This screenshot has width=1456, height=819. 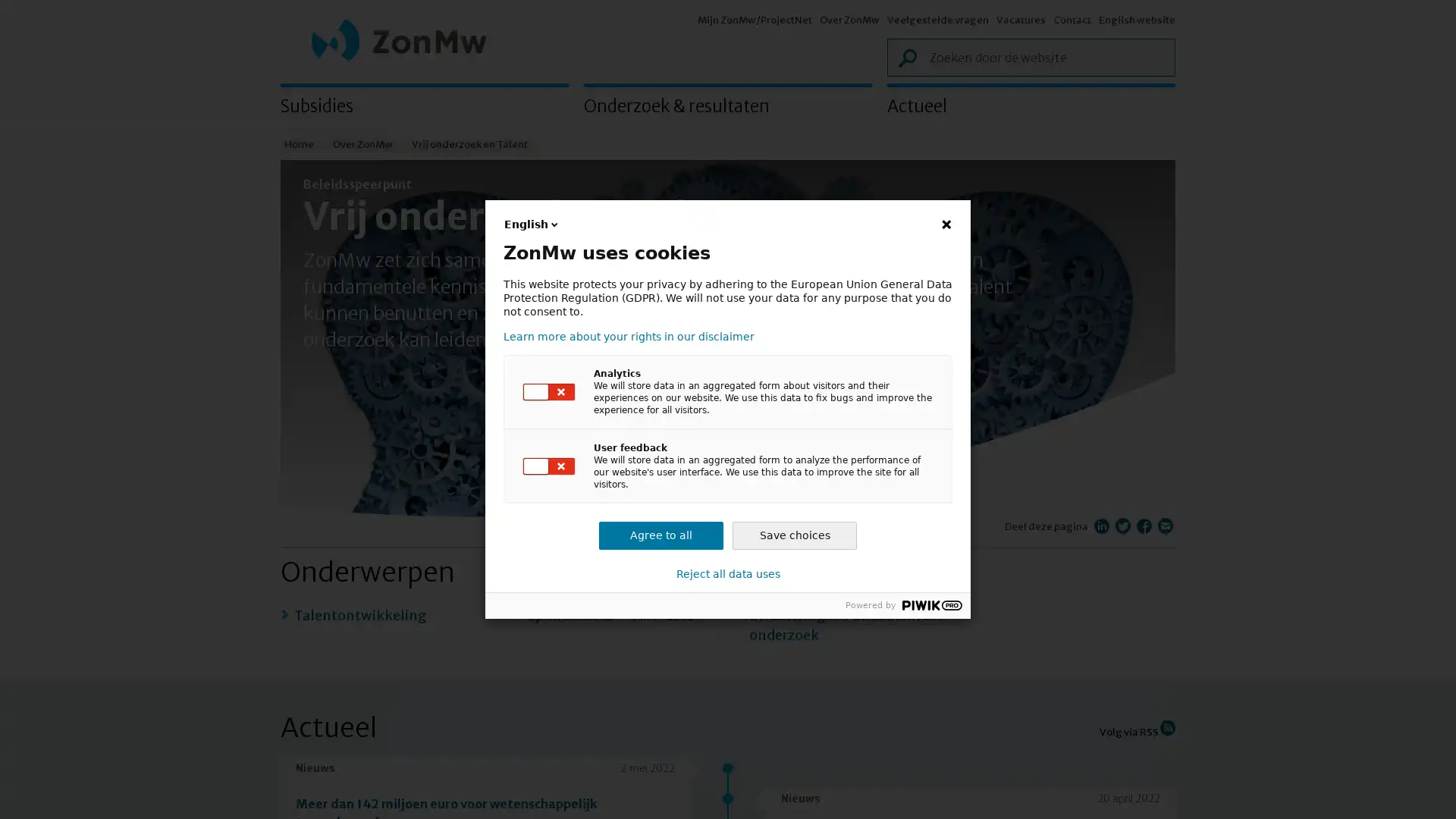 What do you see at coordinates (793, 535) in the screenshot?
I see `Save choices` at bounding box center [793, 535].